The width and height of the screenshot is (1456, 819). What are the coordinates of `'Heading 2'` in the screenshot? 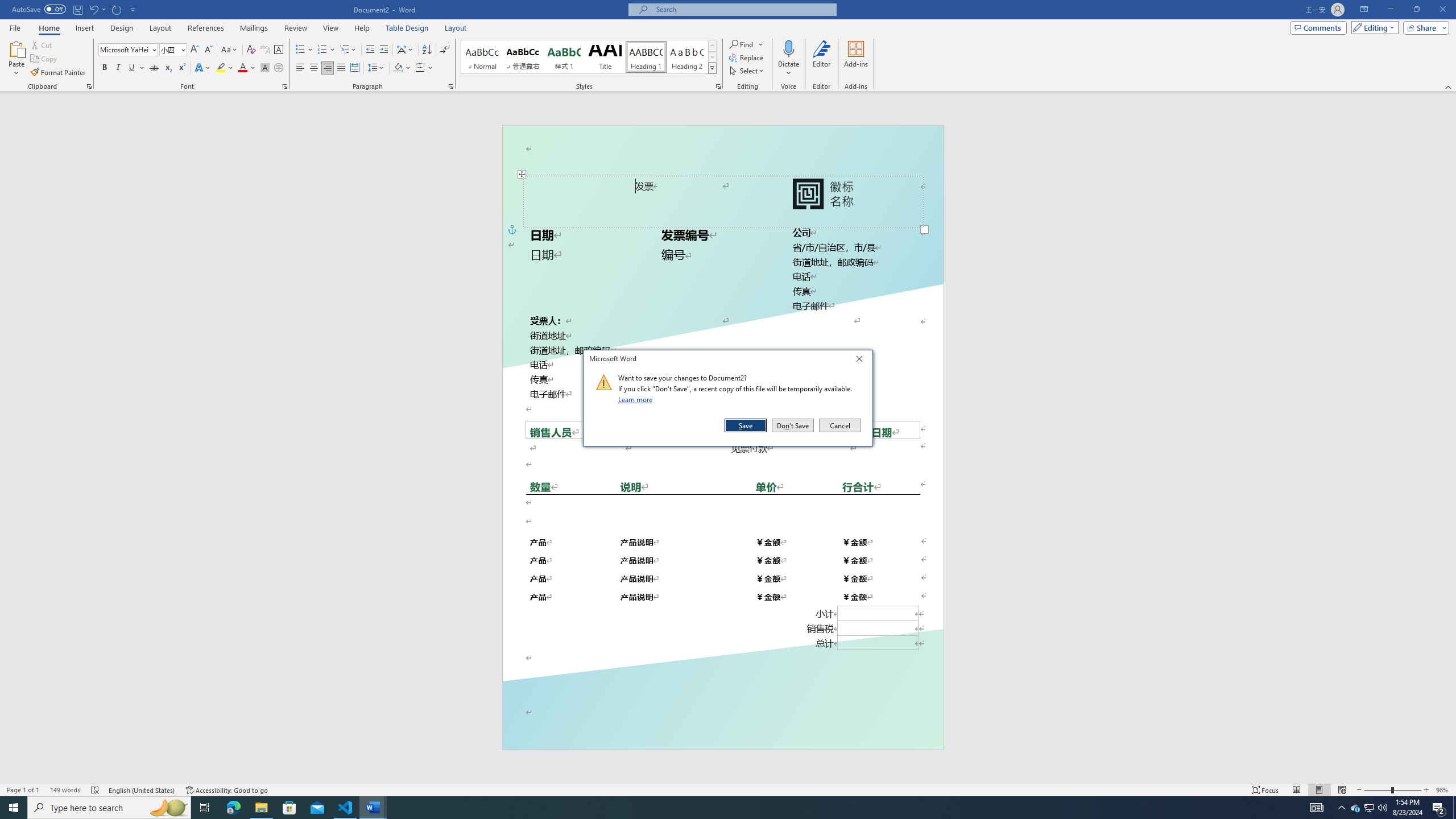 It's located at (686, 56).